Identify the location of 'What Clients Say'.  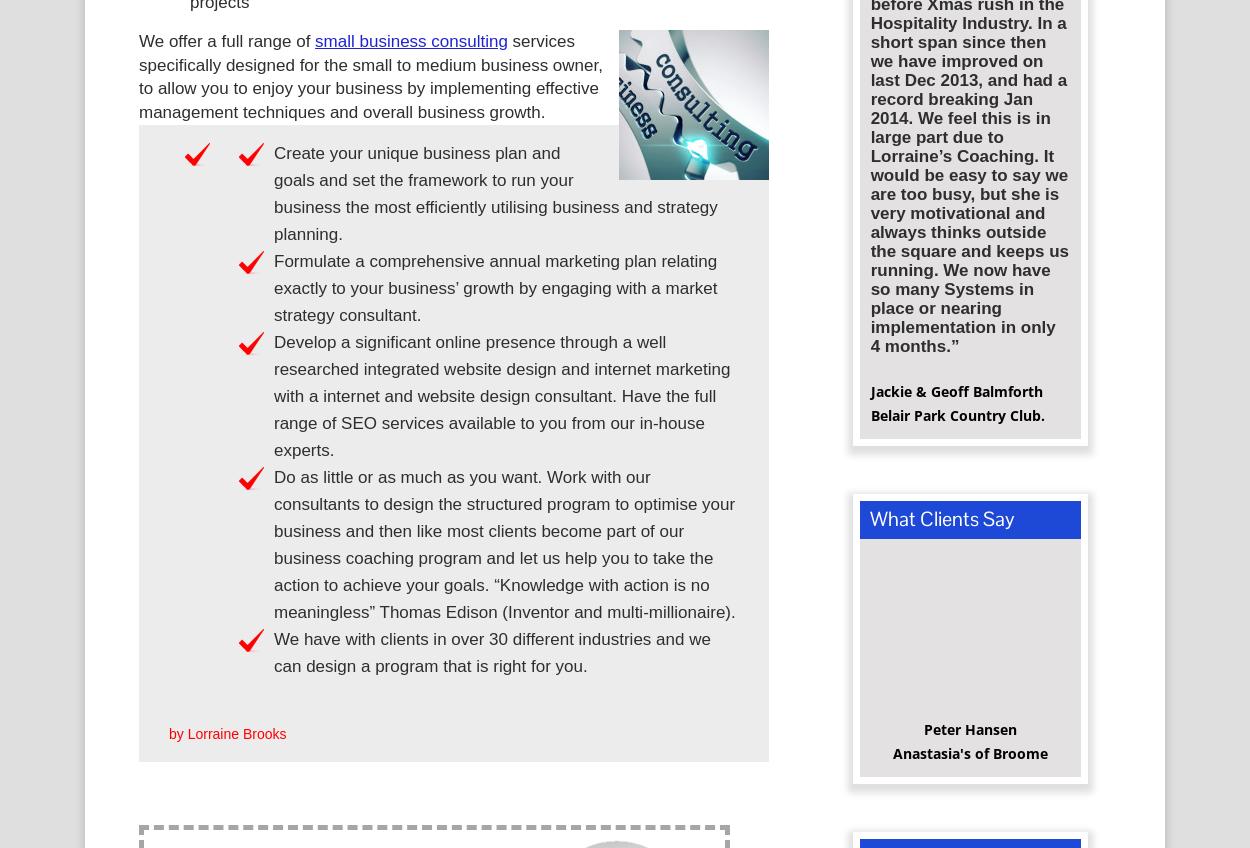
(940, 524).